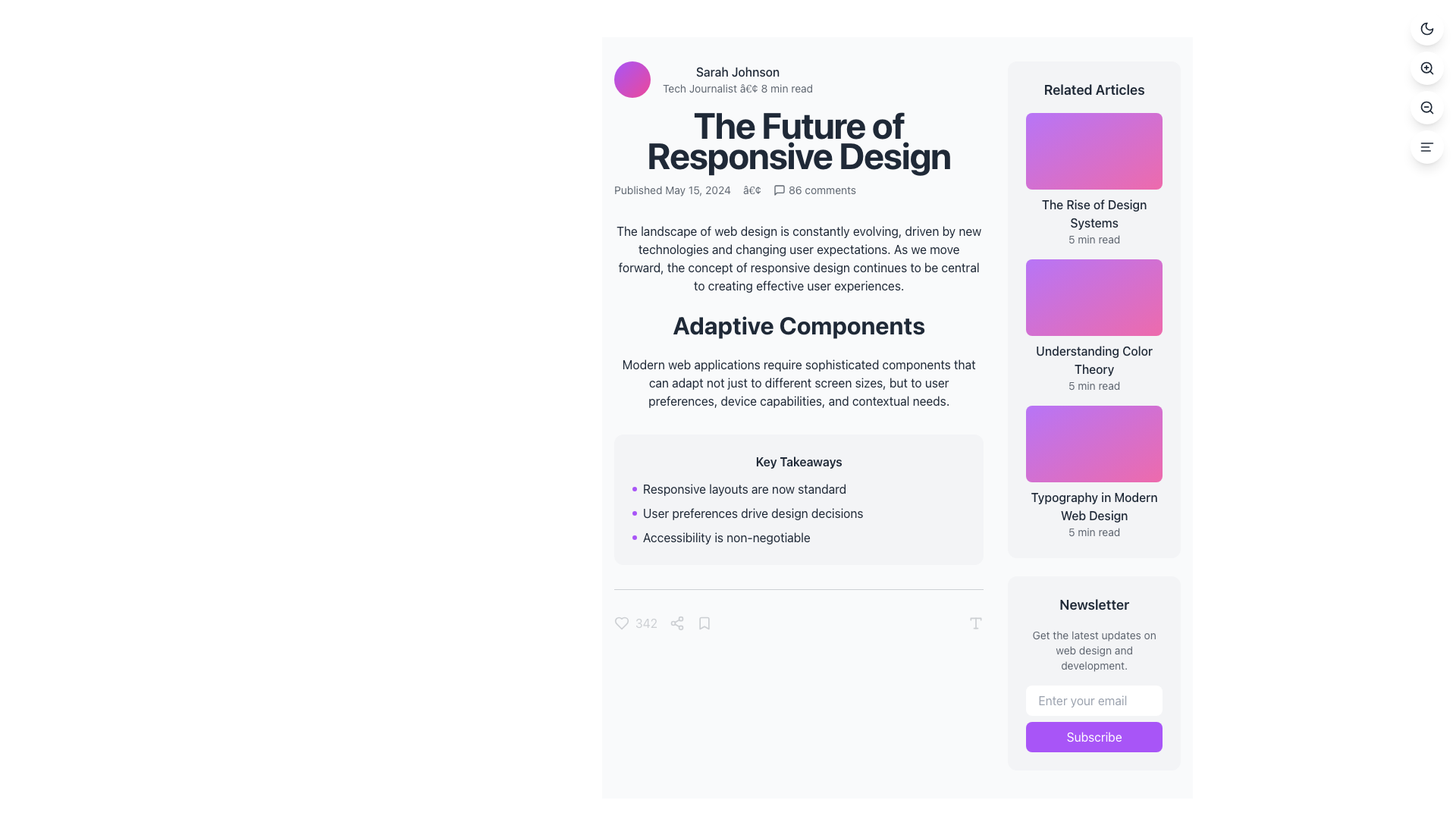 This screenshot has height=819, width=1456. I want to click on the text label displaying '5 min read' located beneath the title 'Understanding Color Theory' in the right column of the 'Related Articles' section, so click(1094, 385).